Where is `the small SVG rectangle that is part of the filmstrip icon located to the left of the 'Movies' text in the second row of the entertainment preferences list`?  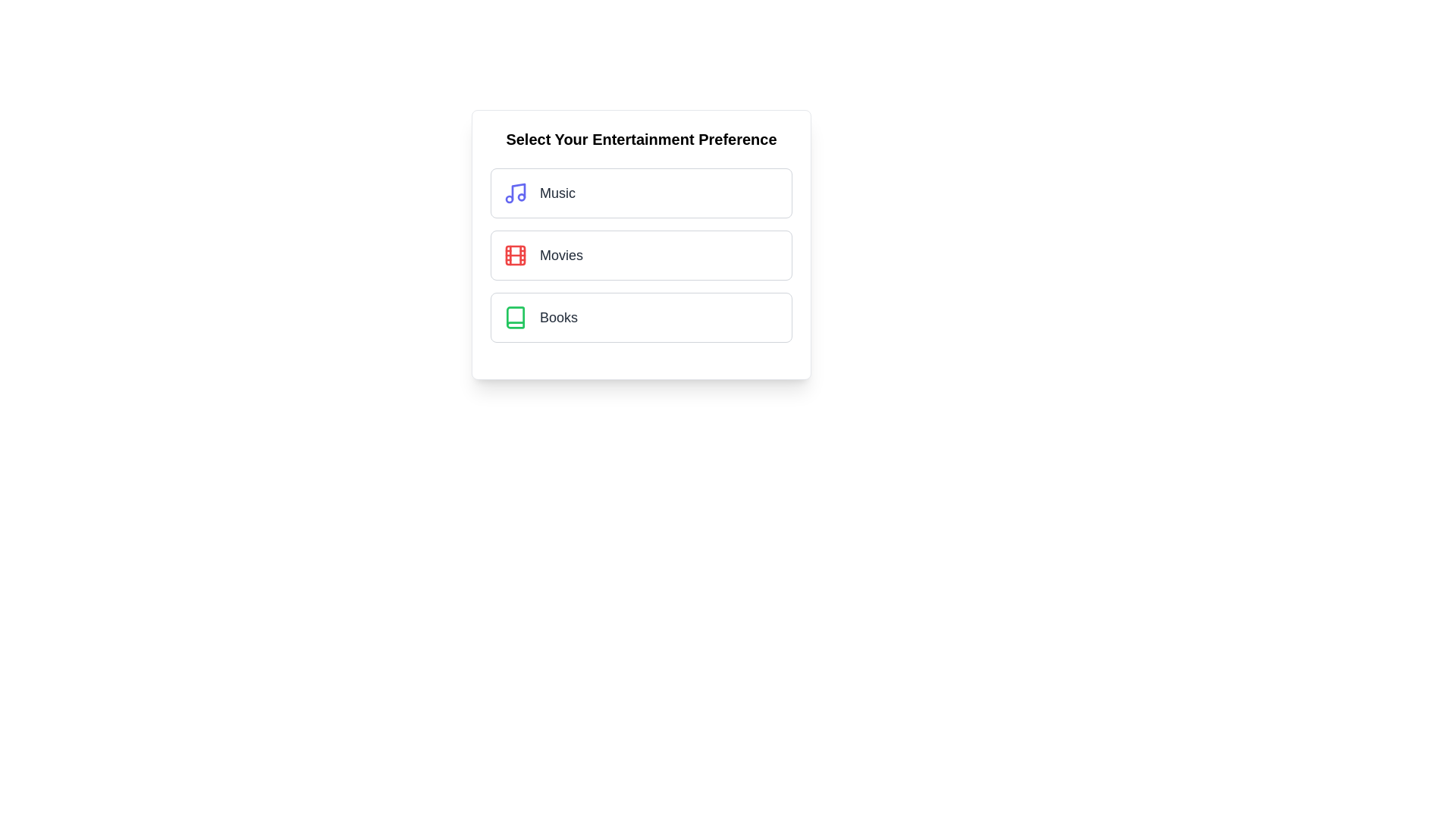 the small SVG rectangle that is part of the filmstrip icon located to the left of the 'Movies' text in the second row of the entertainment preferences list is located at coordinates (516, 254).